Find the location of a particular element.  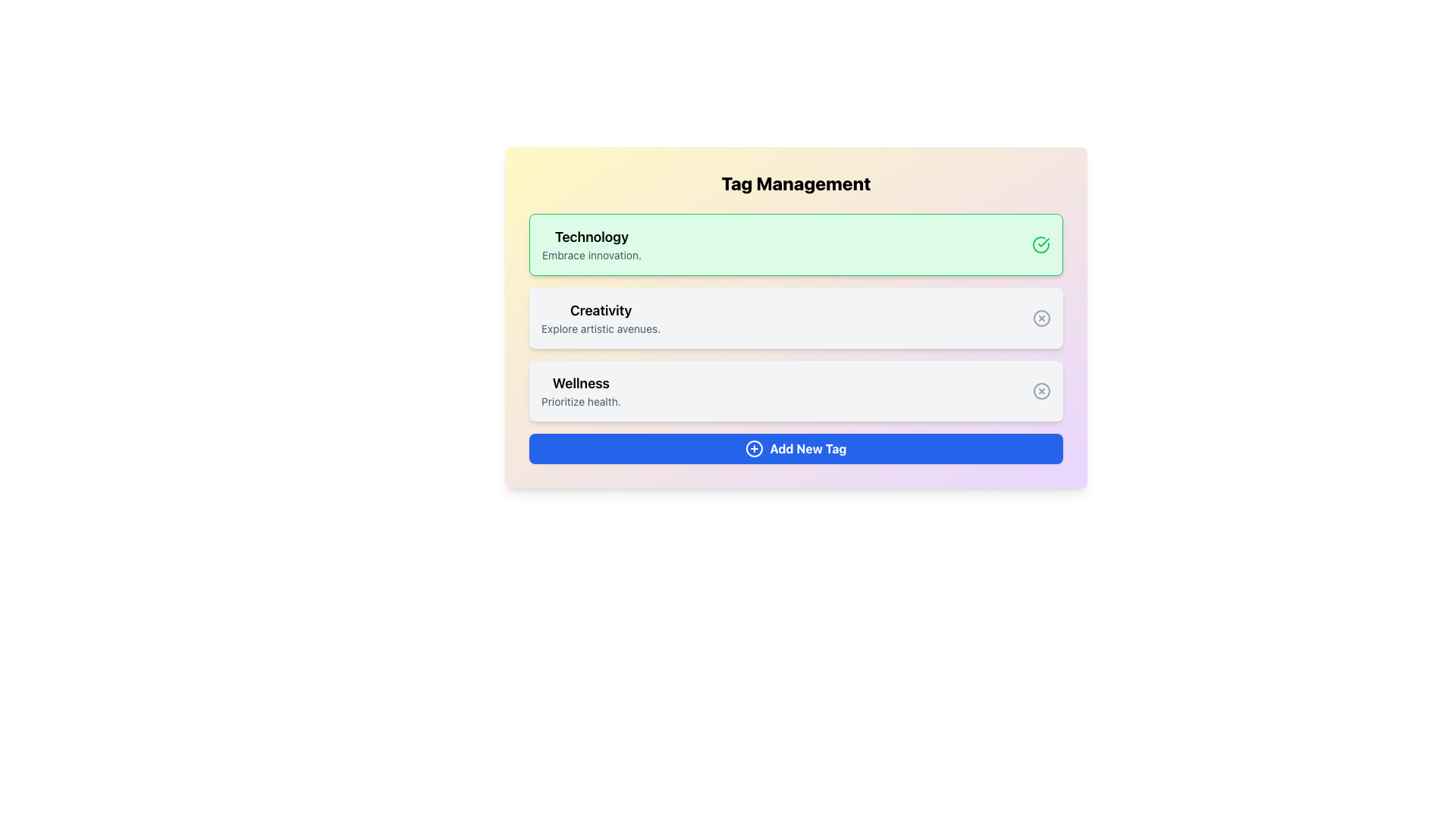

the text label that serves as the descriptive subtitle for the 'Creativity' section is located at coordinates (600, 328).